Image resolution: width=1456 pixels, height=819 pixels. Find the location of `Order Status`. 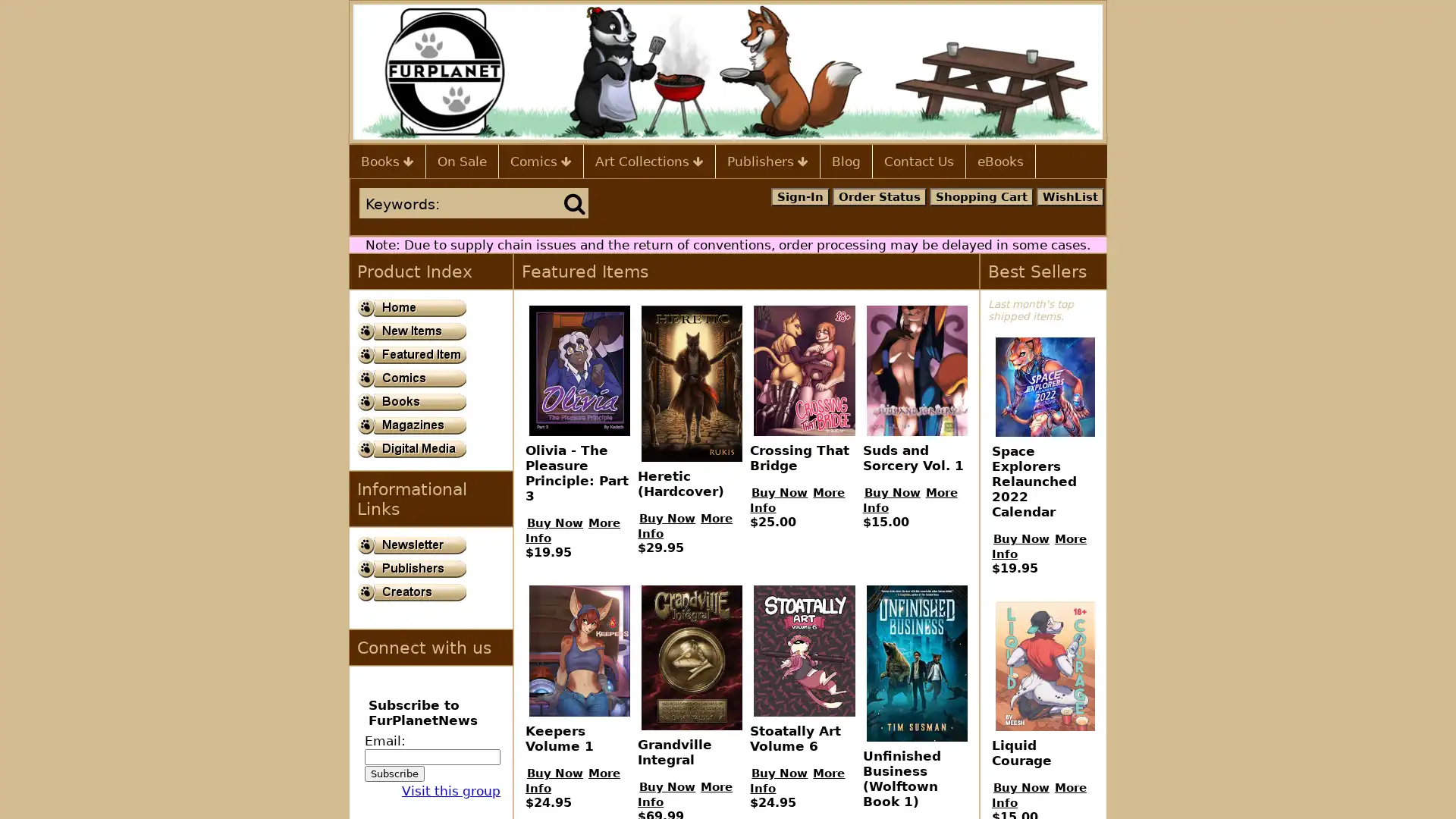

Order Status is located at coordinates (880, 195).